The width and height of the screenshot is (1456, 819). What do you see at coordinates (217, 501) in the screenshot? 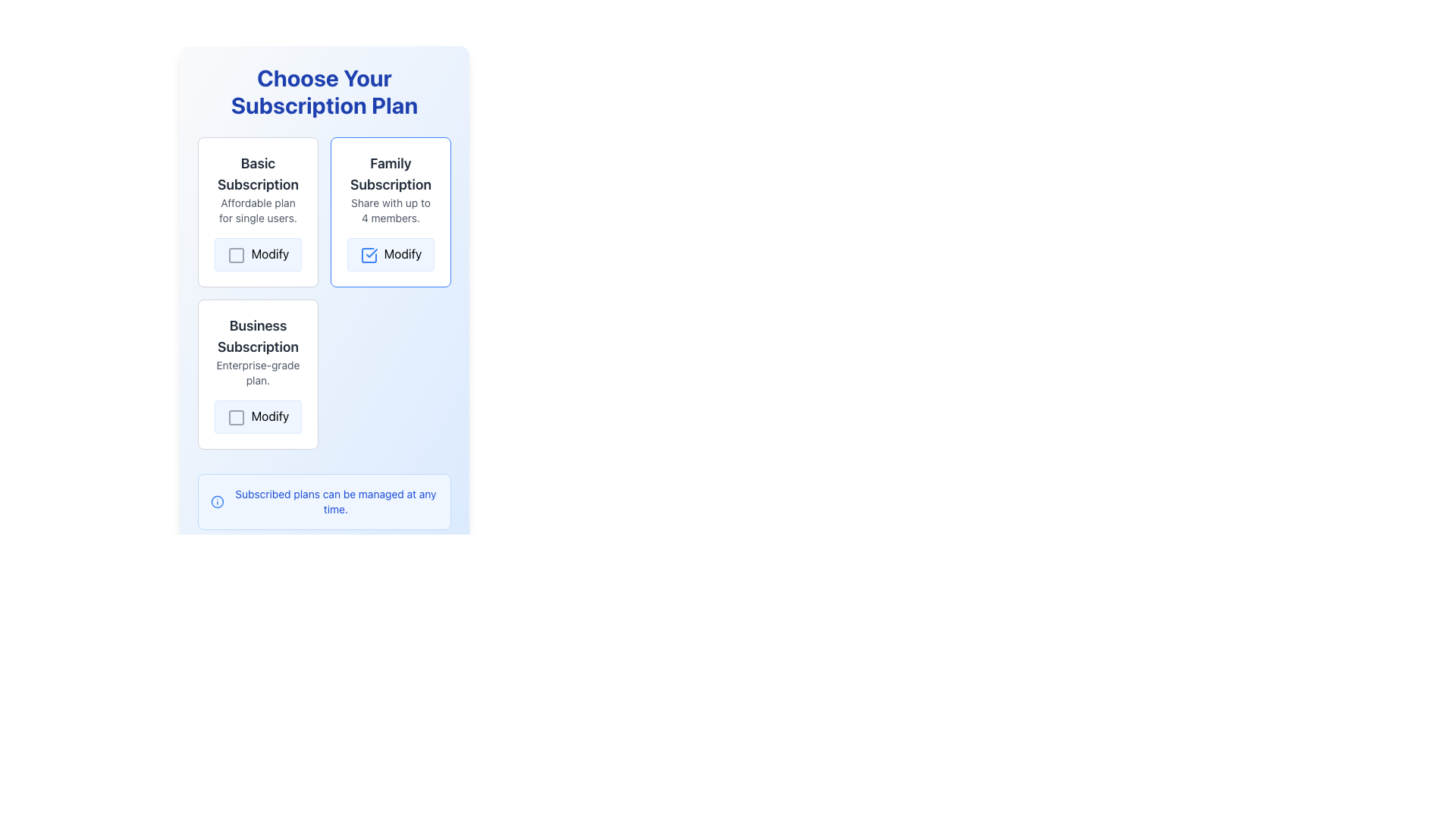
I see `the circular graphic element located in the bottom section of the interface, to the left of the text label 'Subscribed plans can be managed at any time.'` at bounding box center [217, 501].